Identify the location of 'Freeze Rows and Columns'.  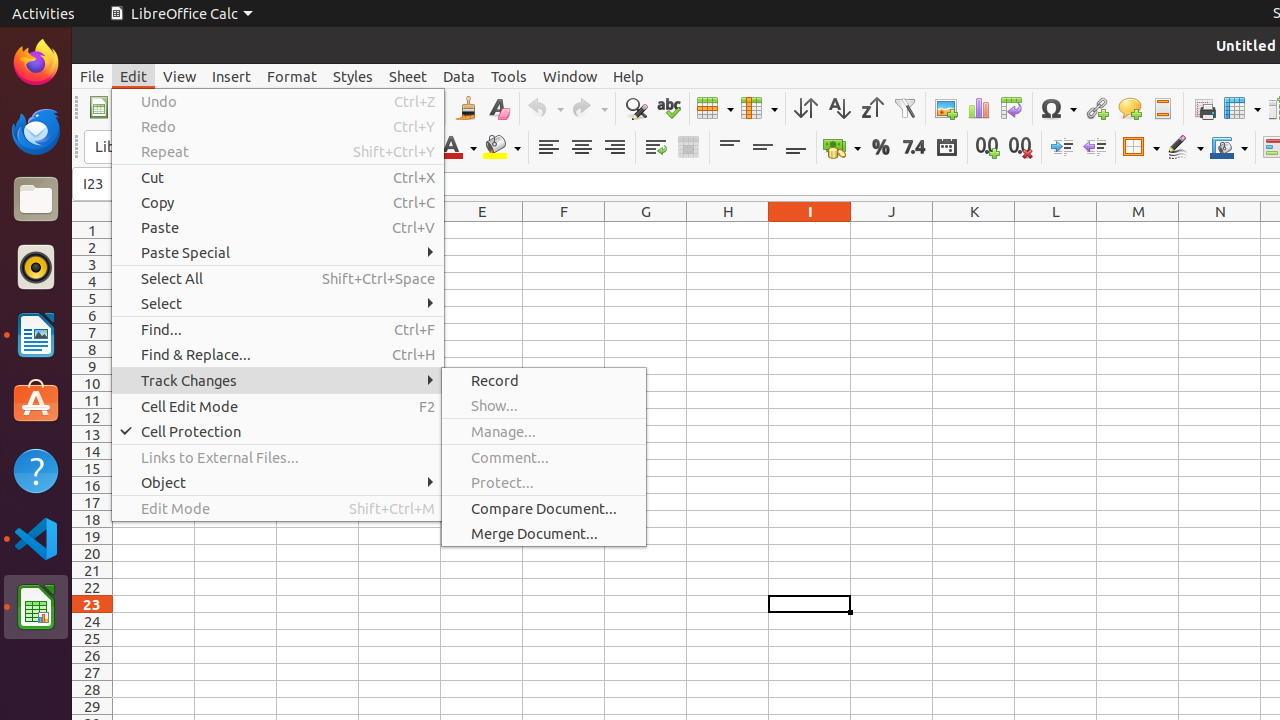
(1240, 108).